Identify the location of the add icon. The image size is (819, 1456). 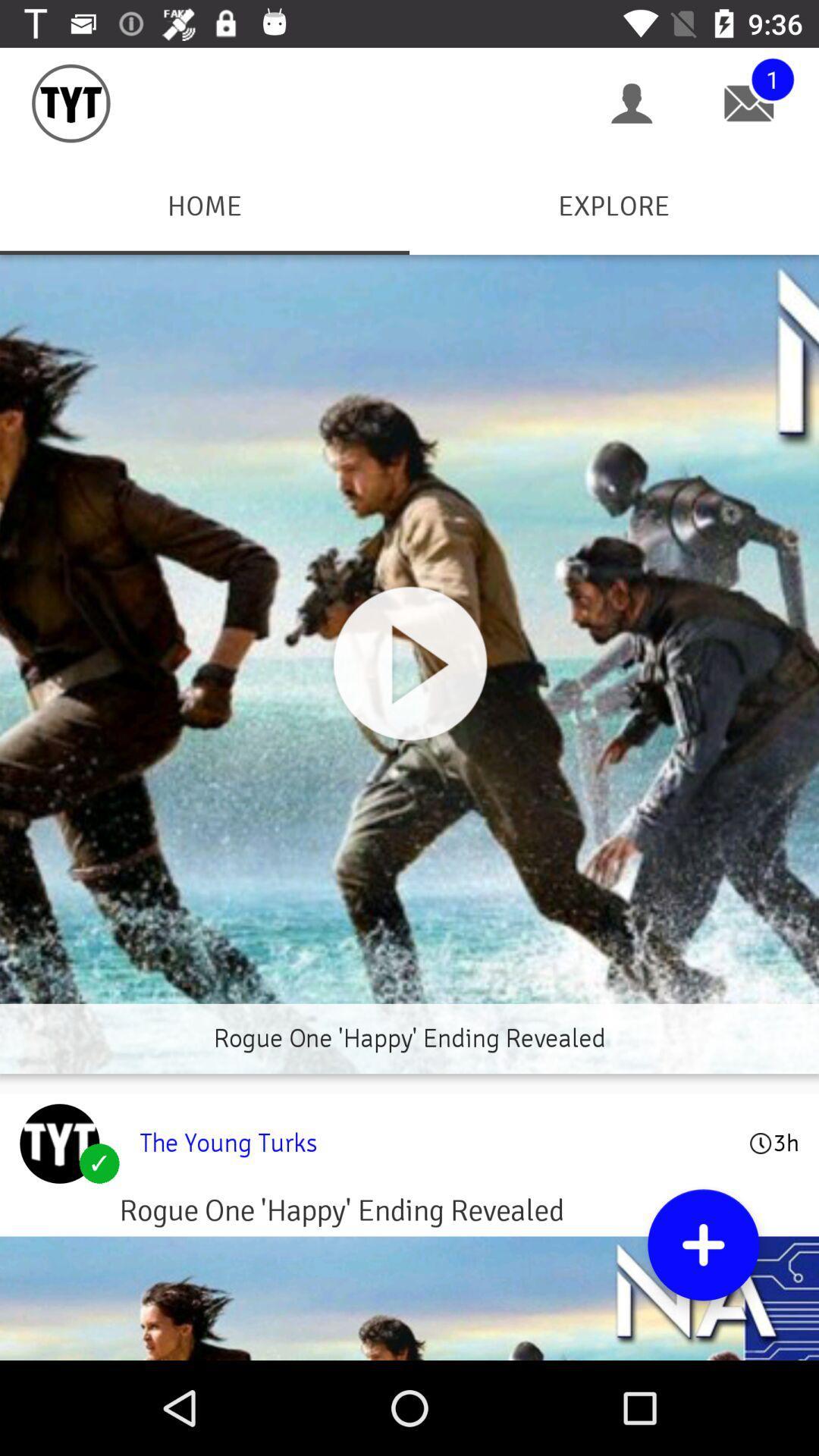
(703, 1244).